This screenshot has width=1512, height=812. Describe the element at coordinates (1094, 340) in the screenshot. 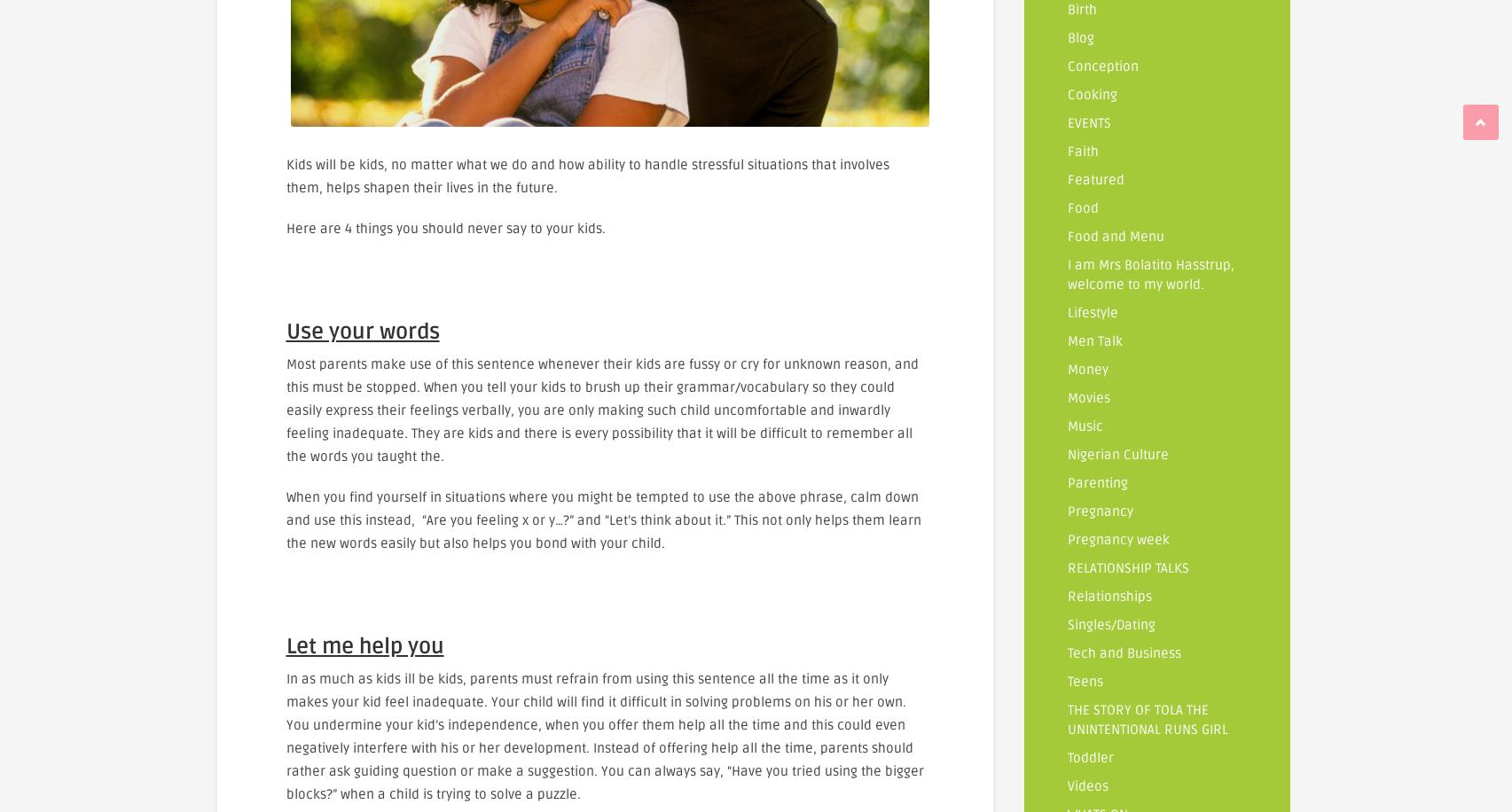

I see `'Men Talk'` at that location.